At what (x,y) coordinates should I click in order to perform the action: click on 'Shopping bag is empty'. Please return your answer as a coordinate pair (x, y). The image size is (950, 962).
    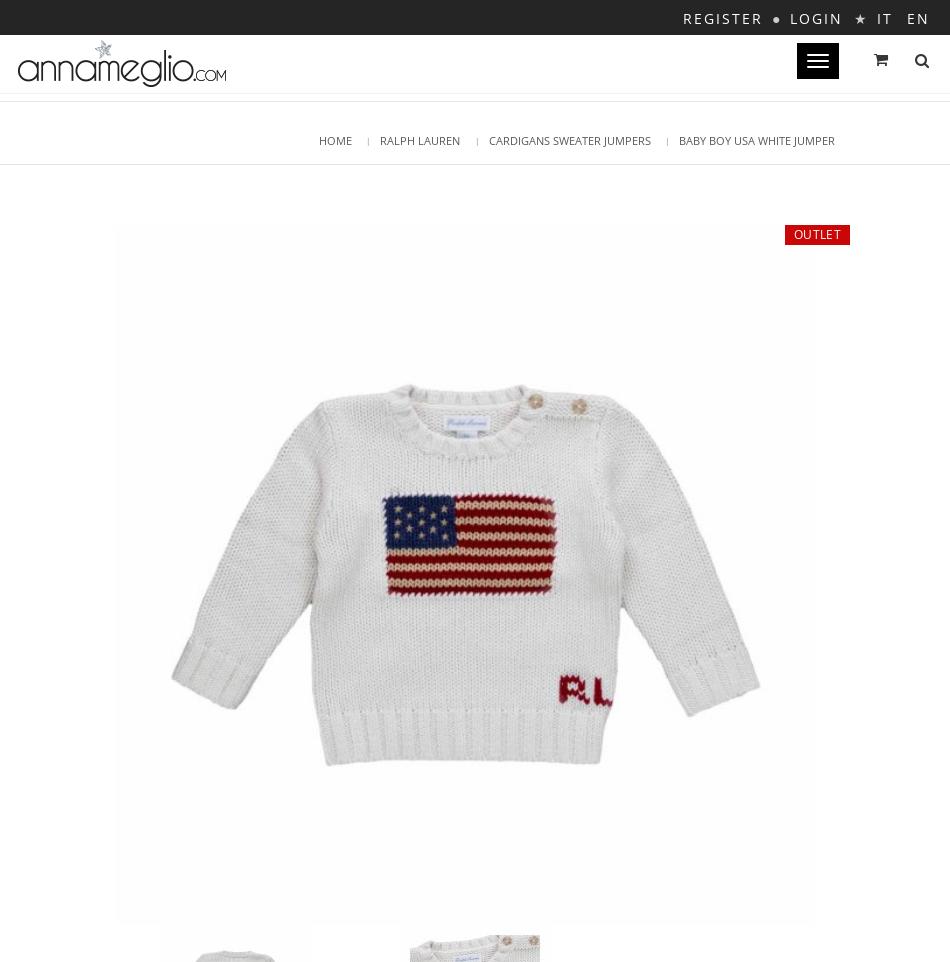
    Looking at the image, I should click on (757, 138).